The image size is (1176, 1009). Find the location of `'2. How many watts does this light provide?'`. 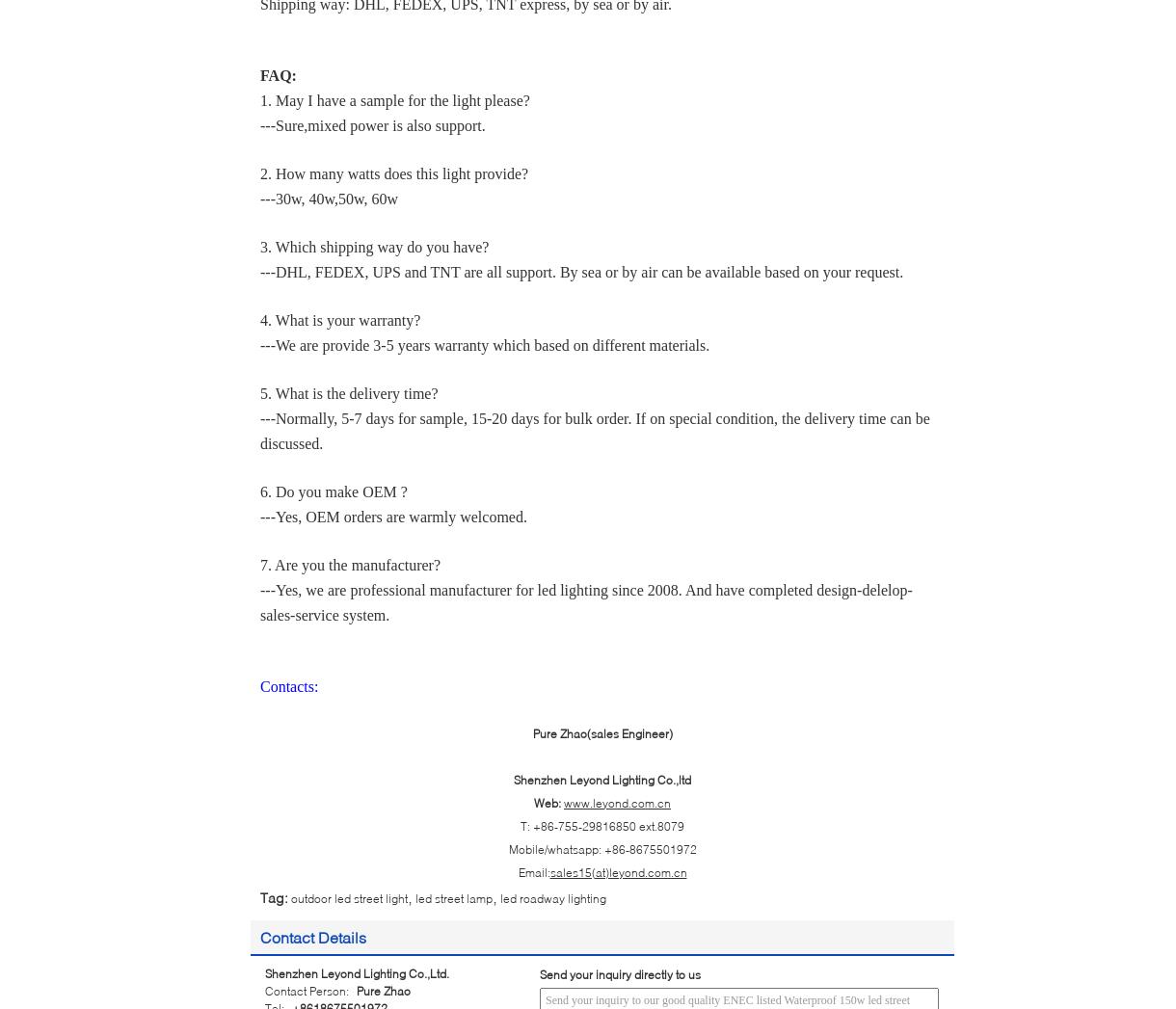

'2. How many watts does this light provide?' is located at coordinates (258, 173).